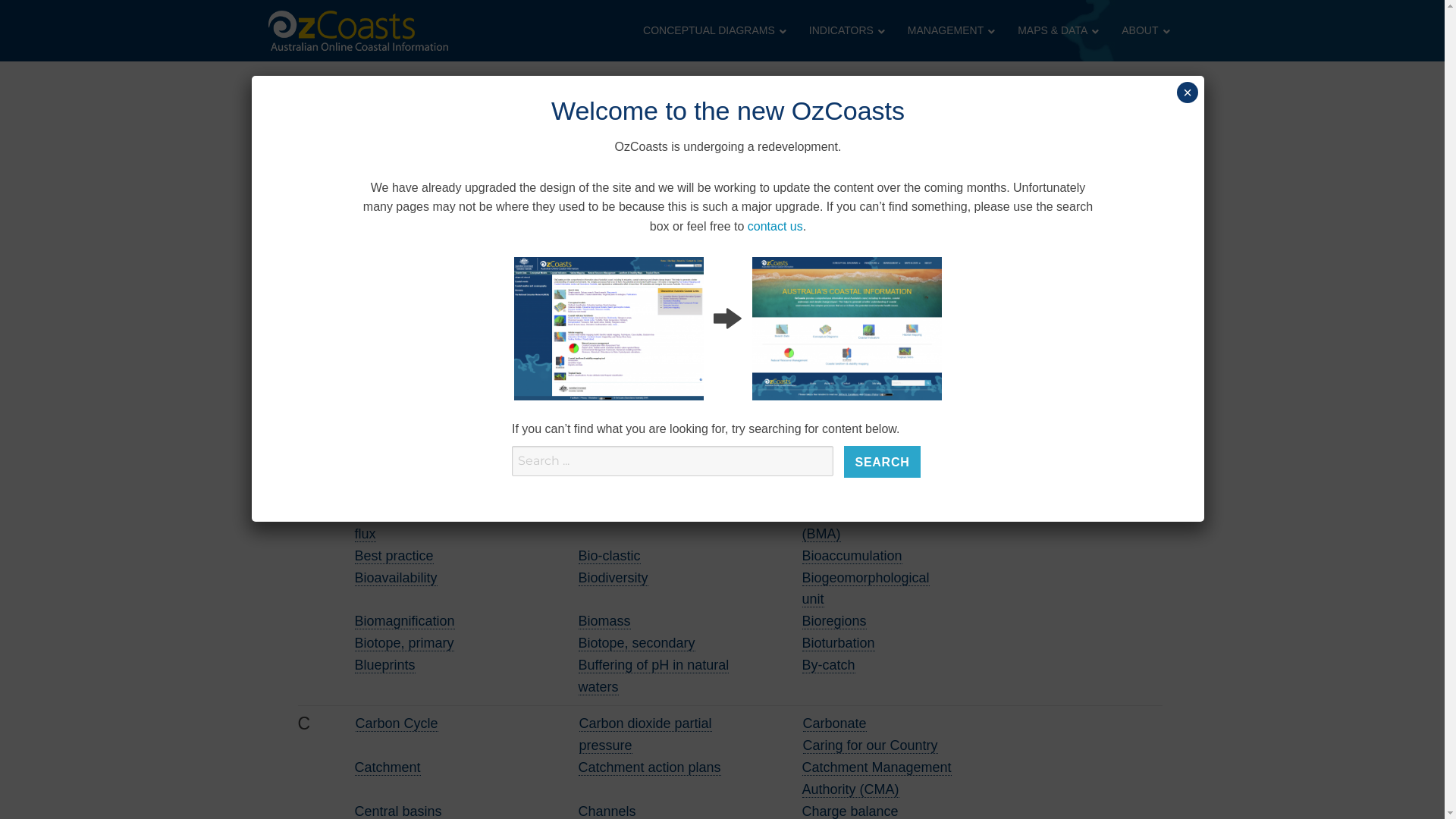  I want to click on 'CONCEPTUAL DIAGRAMS', so click(710, 30).